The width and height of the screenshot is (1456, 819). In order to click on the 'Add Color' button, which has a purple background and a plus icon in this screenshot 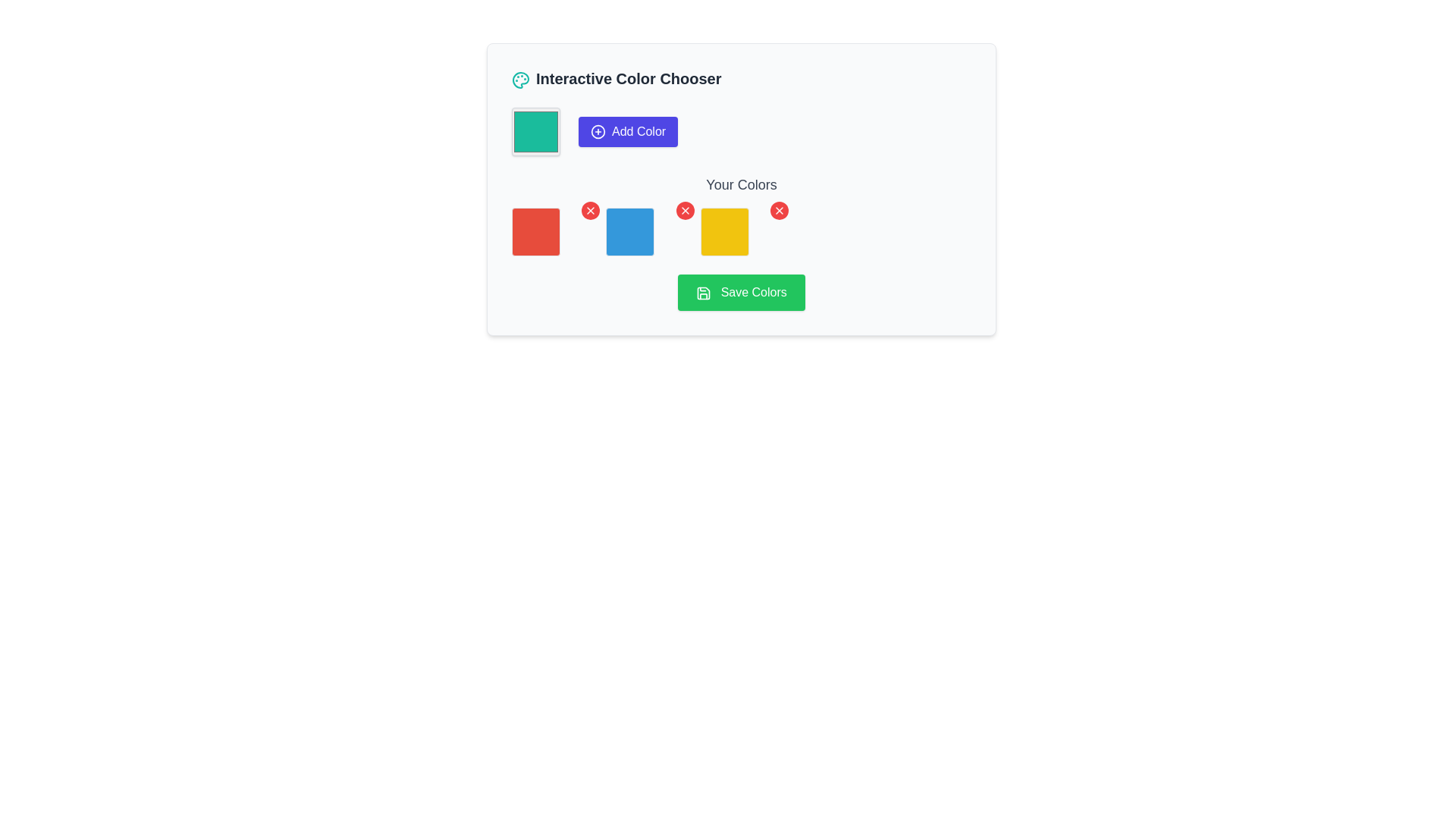, I will do `click(628, 130)`.